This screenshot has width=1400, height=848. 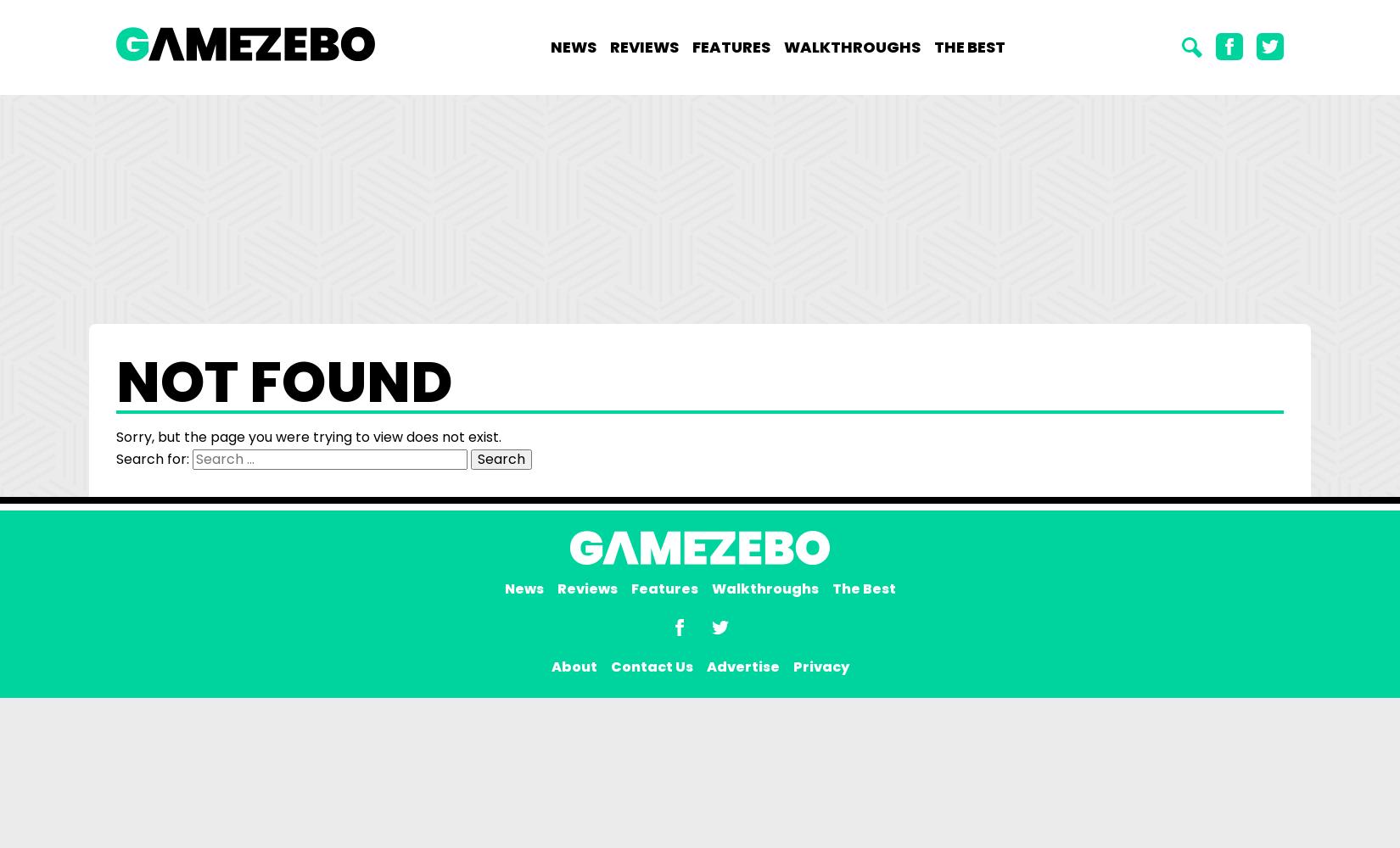 I want to click on 'Search for:', so click(x=153, y=458).